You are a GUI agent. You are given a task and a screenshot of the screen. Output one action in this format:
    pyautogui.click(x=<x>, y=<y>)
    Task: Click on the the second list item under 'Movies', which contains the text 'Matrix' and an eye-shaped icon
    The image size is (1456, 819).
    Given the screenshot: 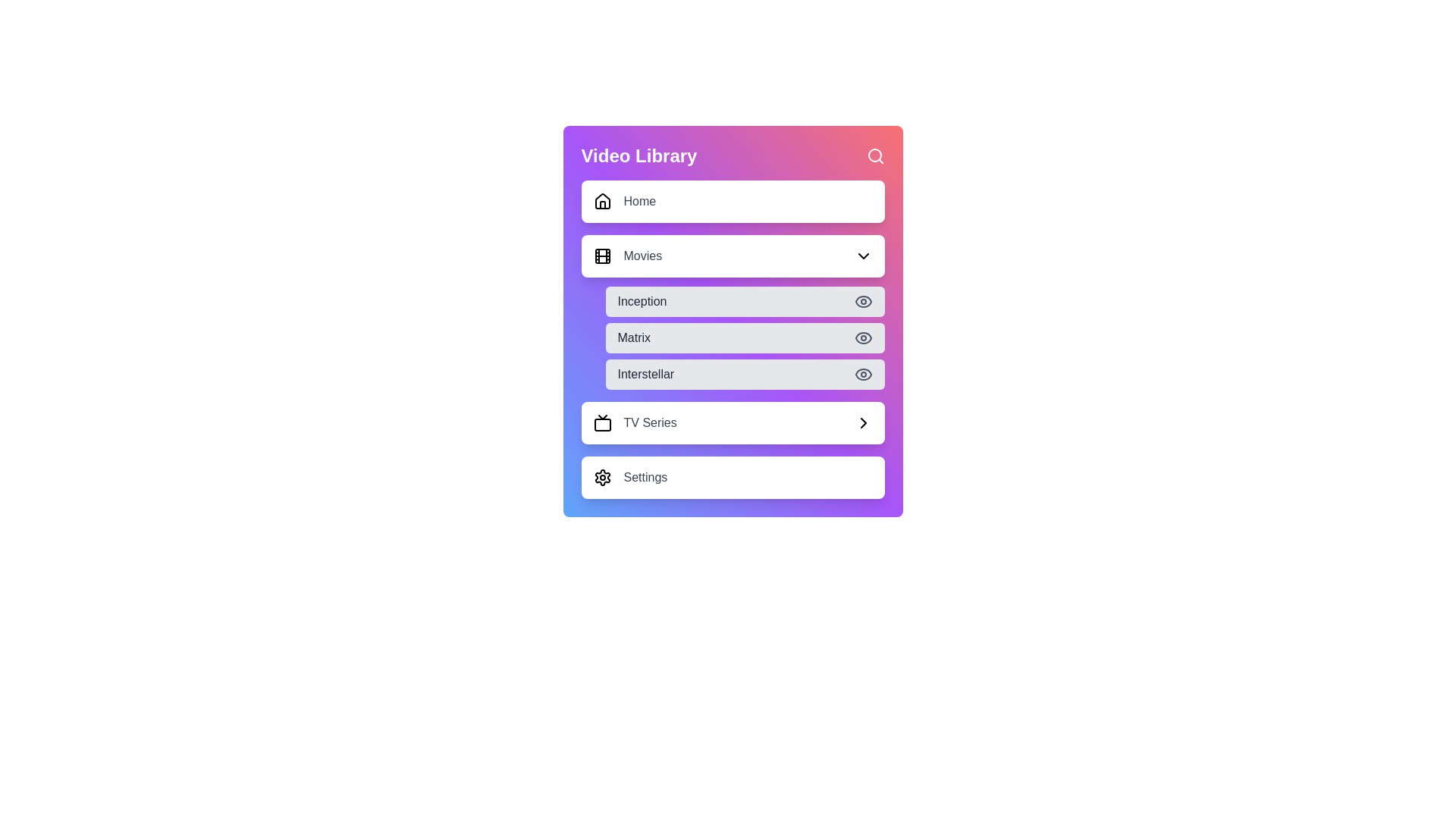 What is the action you would take?
    pyautogui.click(x=733, y=321)
    